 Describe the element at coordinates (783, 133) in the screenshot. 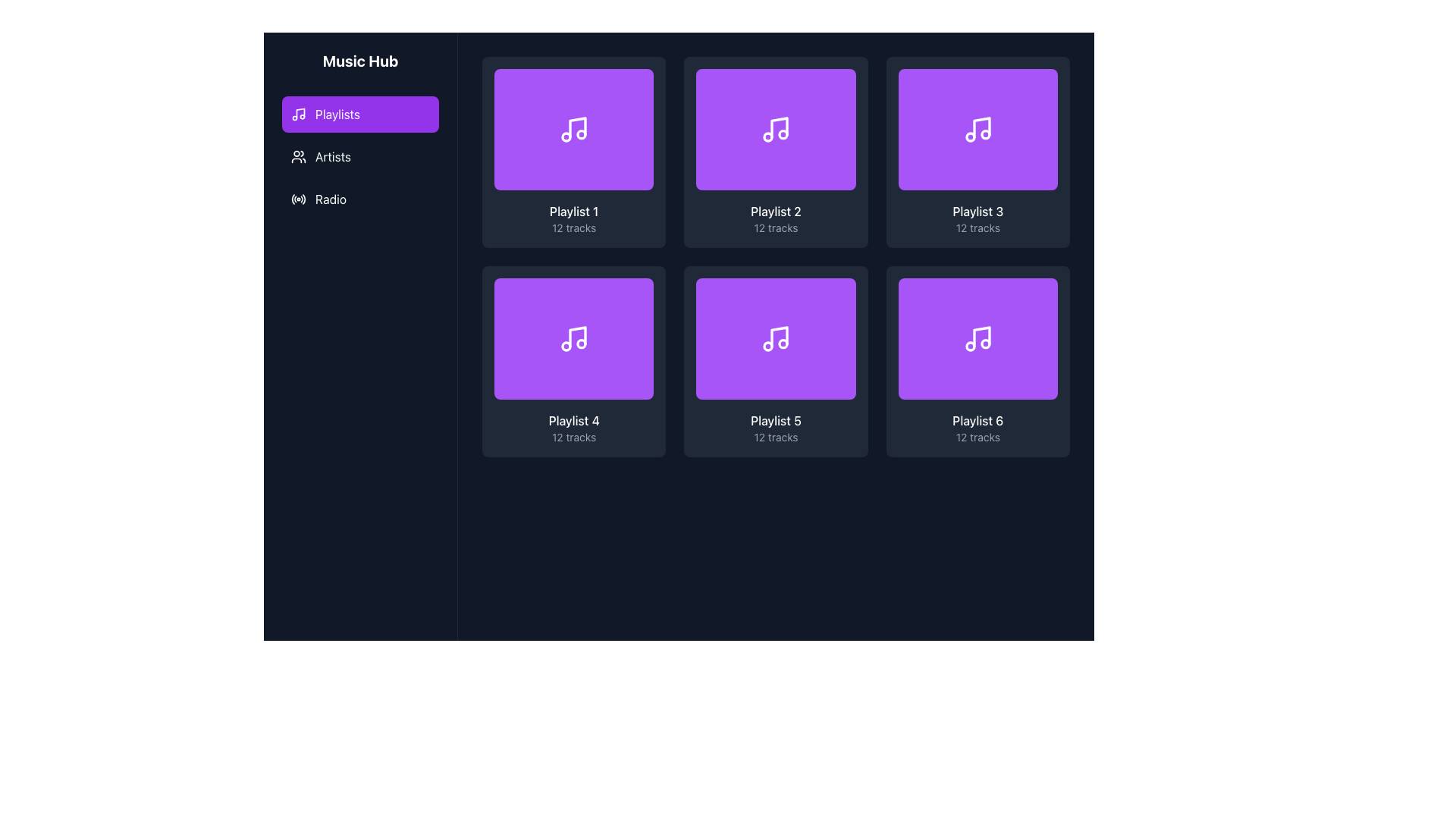

I see `the small circular shape within the music icon located on the purple tile labeled 'Playlist 2'` at that location.